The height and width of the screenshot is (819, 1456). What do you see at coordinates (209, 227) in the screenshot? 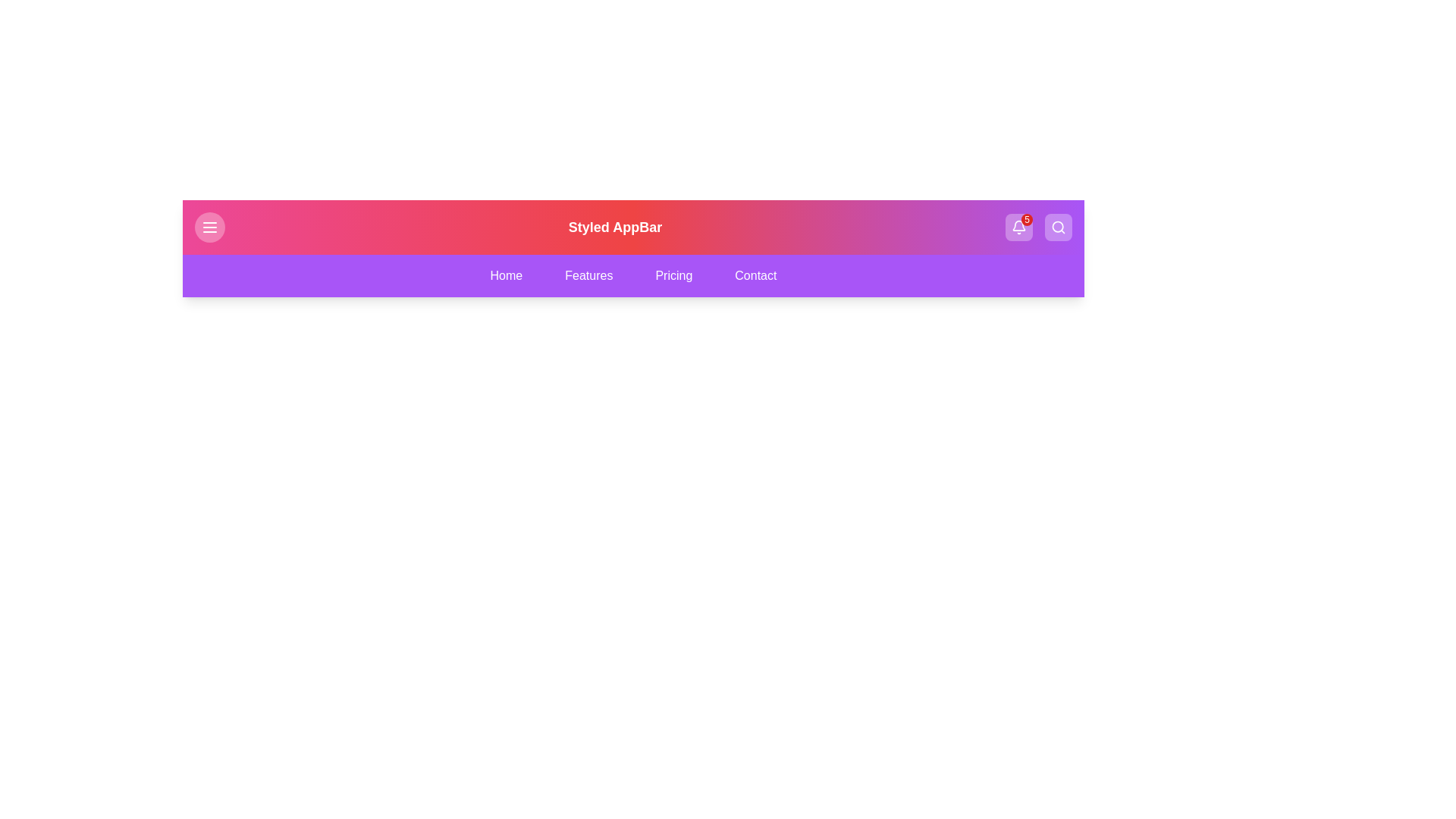
I see `menu button located at the top-left corner of the StyledAppBar component` at bounding box center [209, 227].